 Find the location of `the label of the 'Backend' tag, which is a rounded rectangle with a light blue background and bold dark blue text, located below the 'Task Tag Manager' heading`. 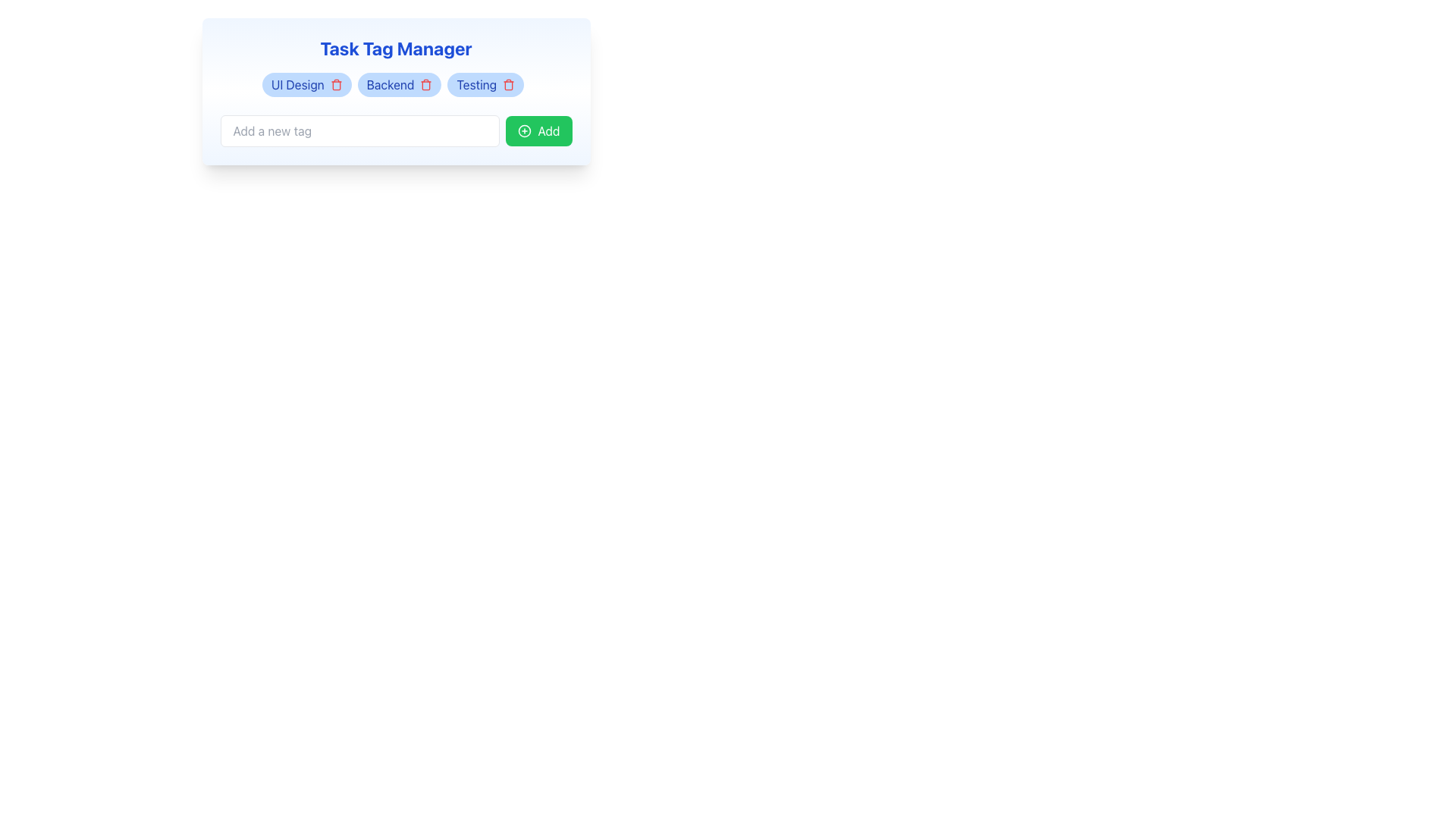

the label of the 'Backend' tag, which is a rounded rectangle with a light blue background and bold dark blue text, located below the 'Task Tag Manager' heading is located at coordinates (400, 84).